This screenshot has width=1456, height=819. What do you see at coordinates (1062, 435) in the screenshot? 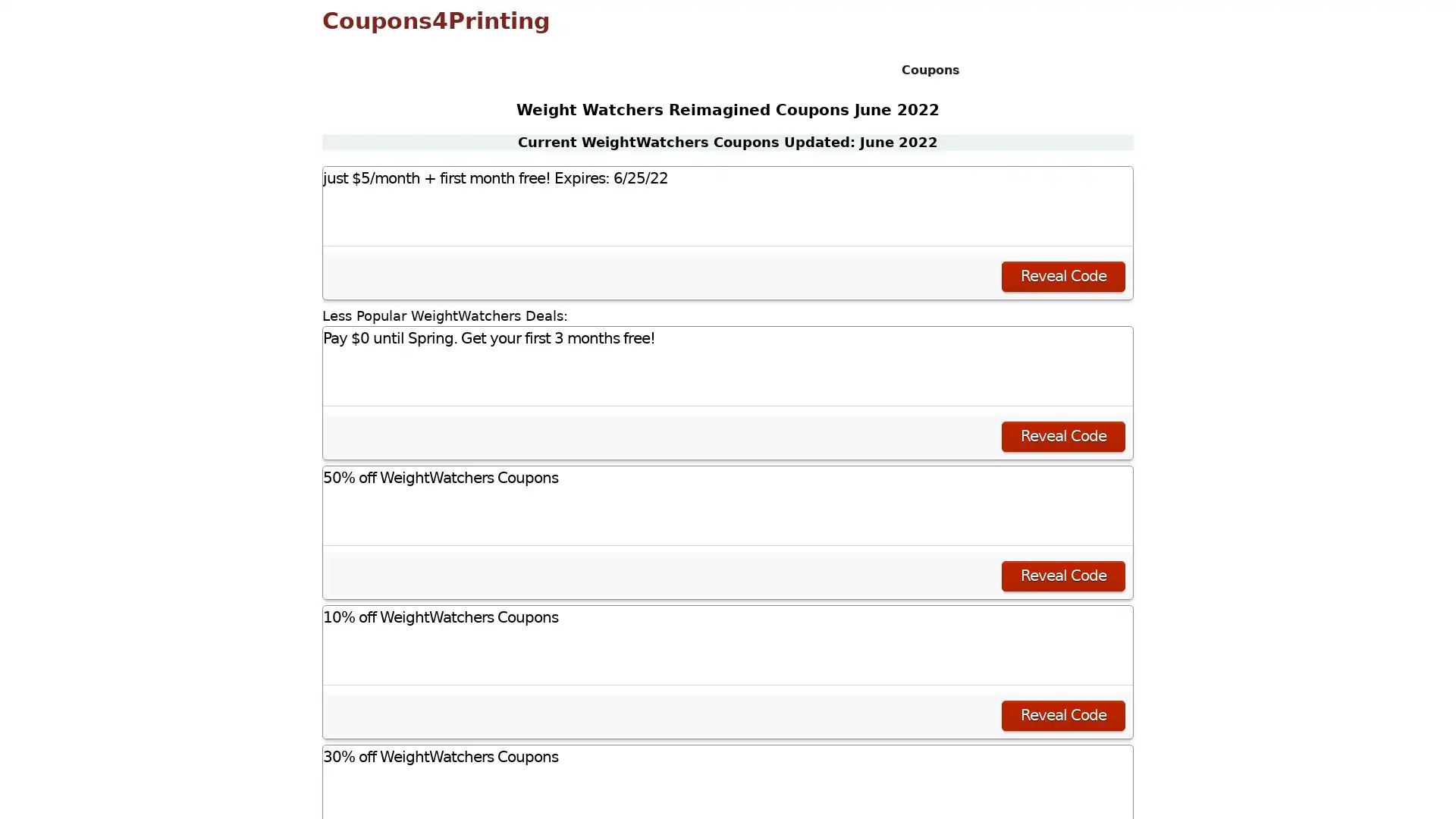
I see `Reveal Code` at bounding box center [1062, 435].